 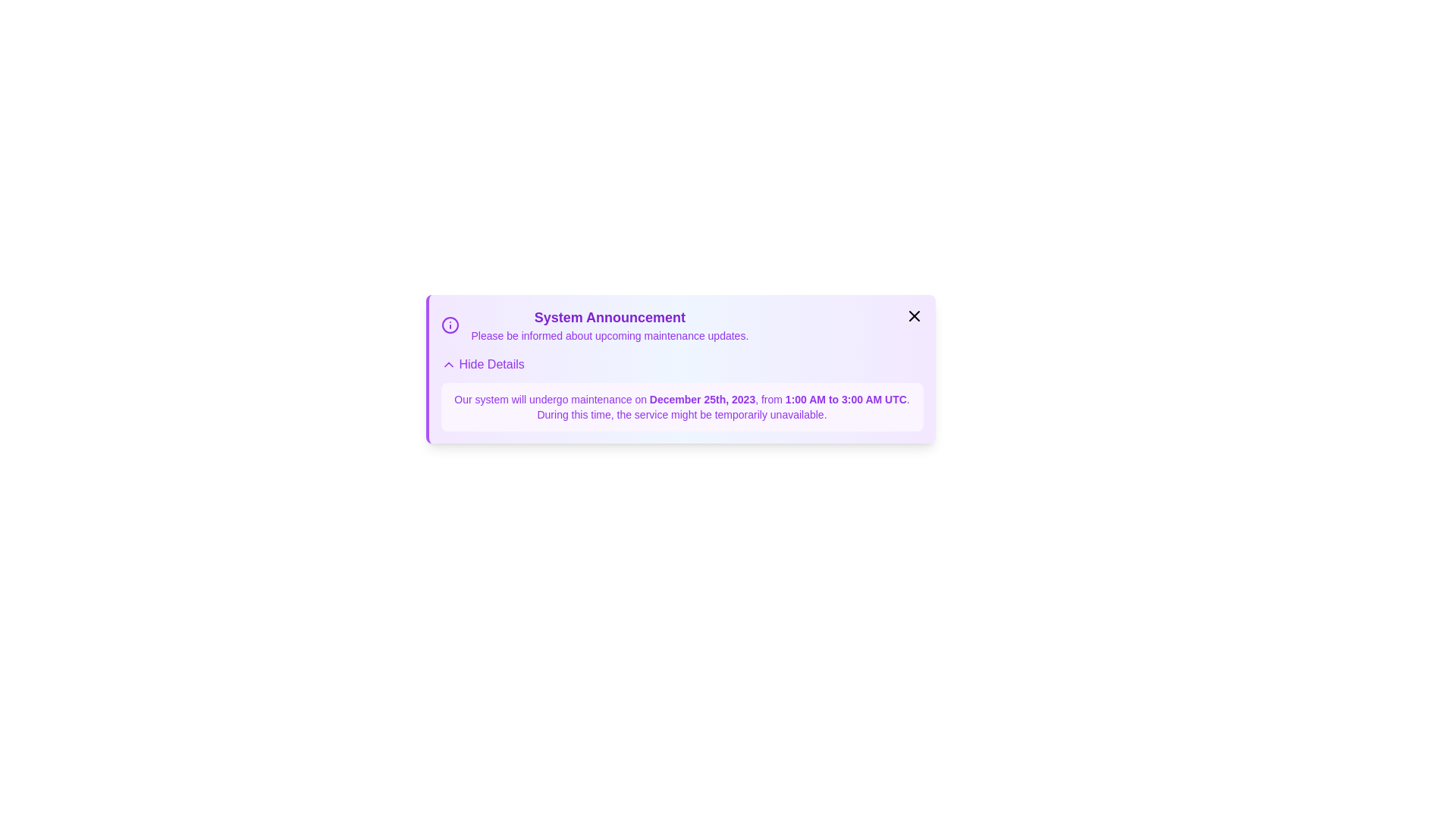 What do you see at coordinates (447, 365) in the screenshot?
I see `the SVG Icon located within the notification interface, which serves as a button for collapsing or hiding additional details, positioned directly to the left of the text 'Hide Details'` at bounding box center [447, 365].